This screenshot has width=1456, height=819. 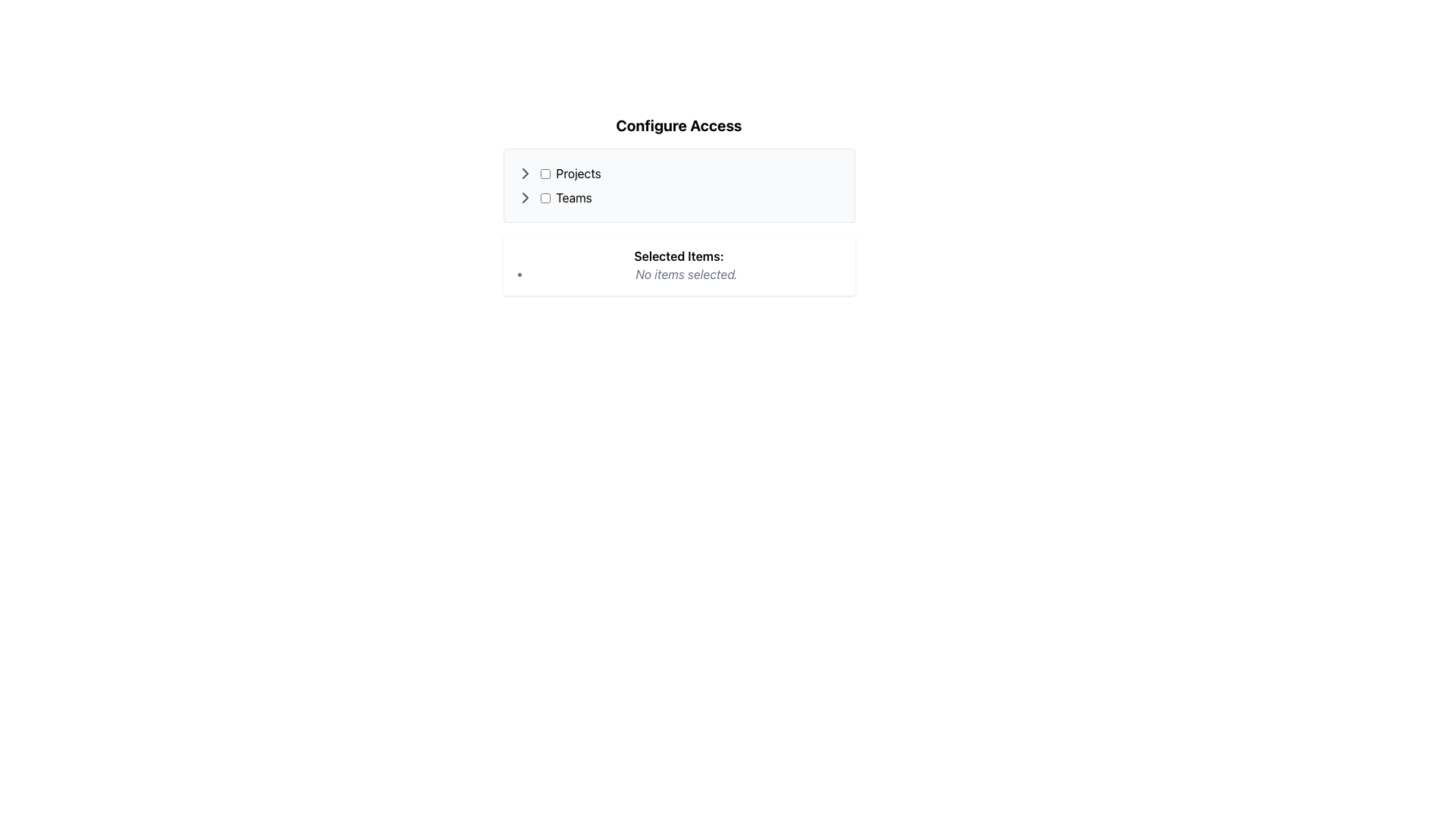 I want to click on the text label that reads 'Selected Items:' which is styled in bold and serves as a heading for item selection details, so click(x=678, y=256).